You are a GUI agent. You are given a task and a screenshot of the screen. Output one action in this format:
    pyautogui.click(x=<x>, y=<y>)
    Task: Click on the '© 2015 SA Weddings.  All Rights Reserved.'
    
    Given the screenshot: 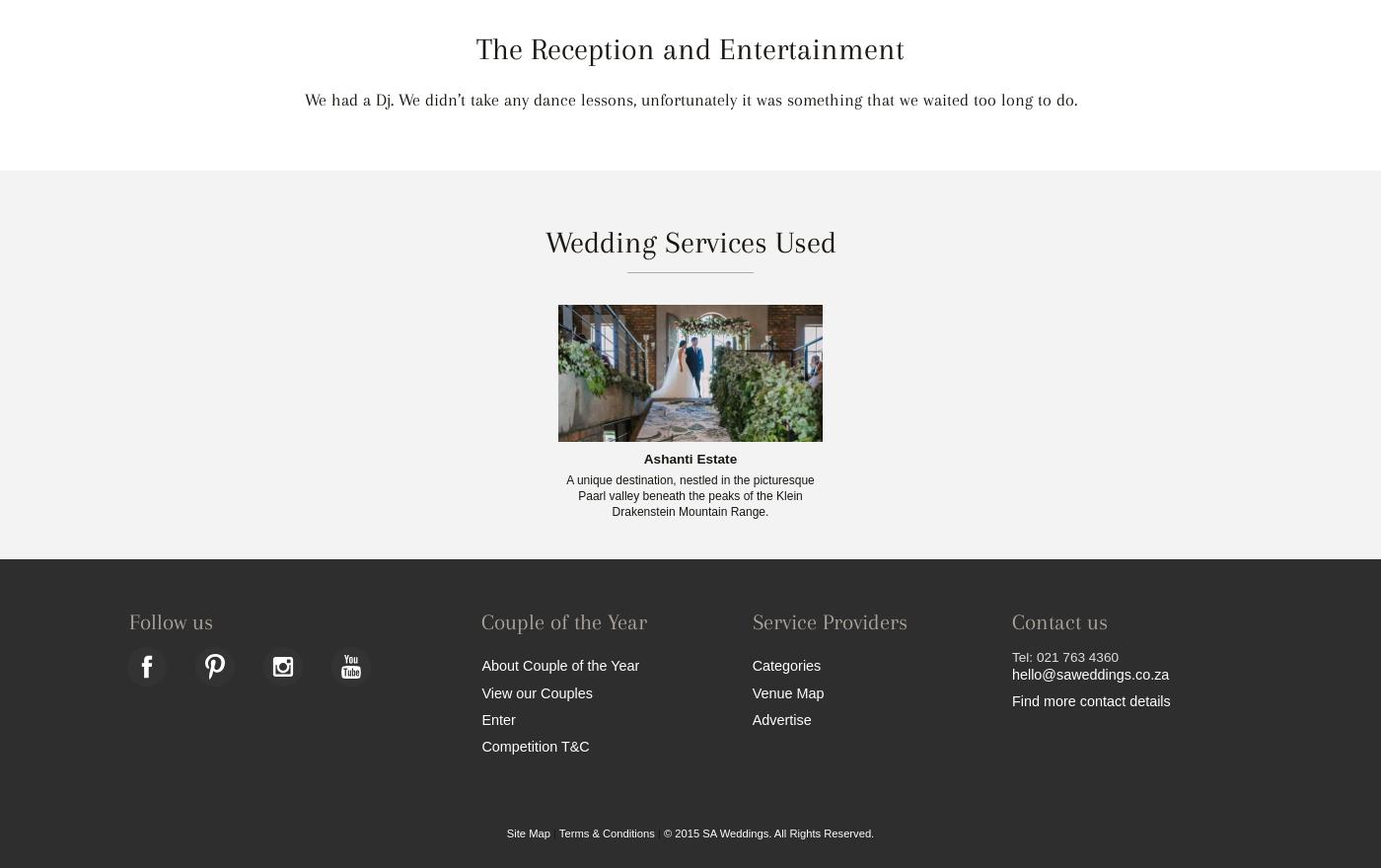 What is the action you would take?
    pyautogui.click(x=767, y=832)
    